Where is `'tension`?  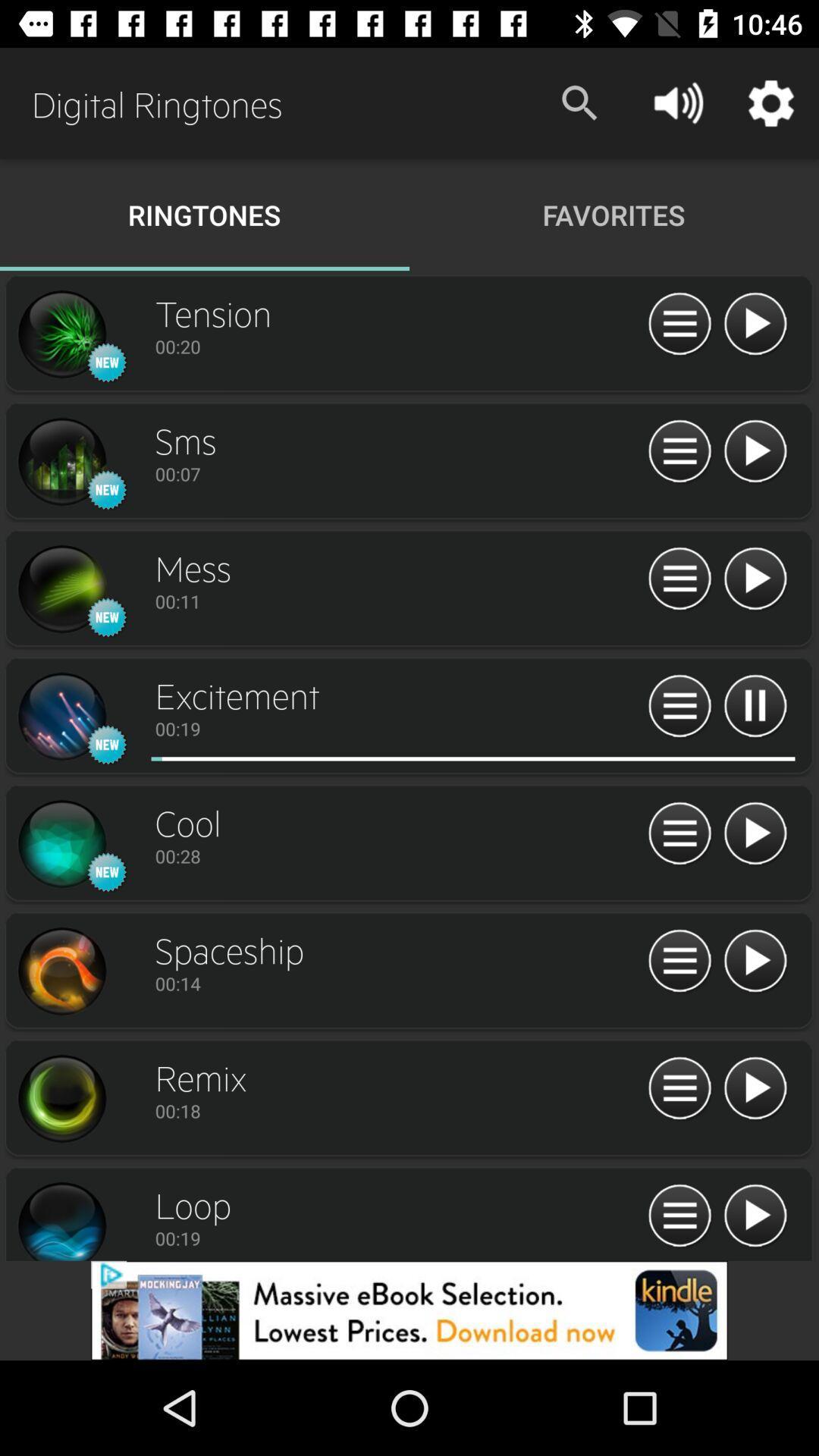 'tension is located at coordinates (755, 324).